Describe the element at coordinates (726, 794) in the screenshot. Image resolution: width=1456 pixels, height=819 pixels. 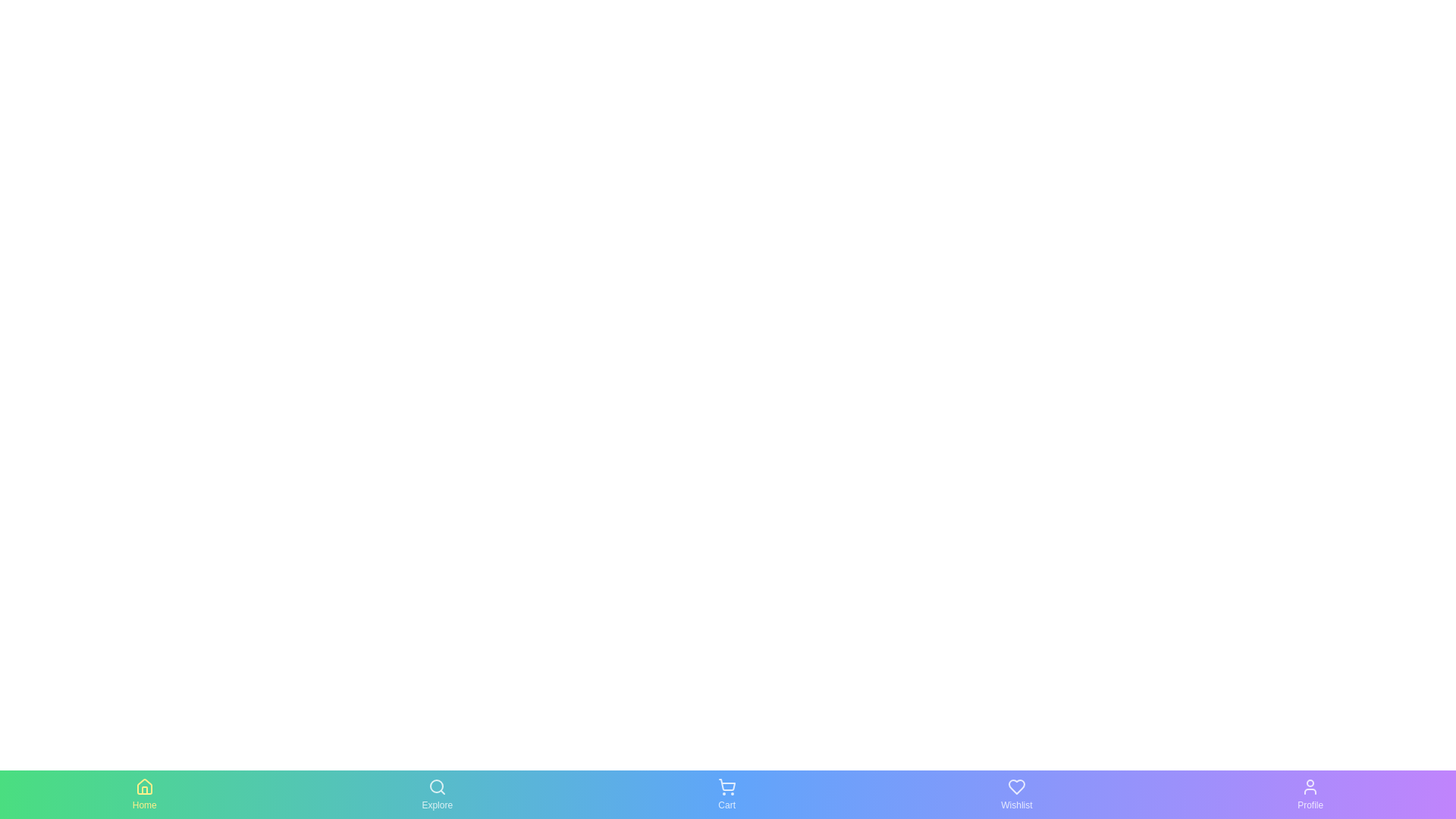
I see `the icon labeled Cart` at that location.